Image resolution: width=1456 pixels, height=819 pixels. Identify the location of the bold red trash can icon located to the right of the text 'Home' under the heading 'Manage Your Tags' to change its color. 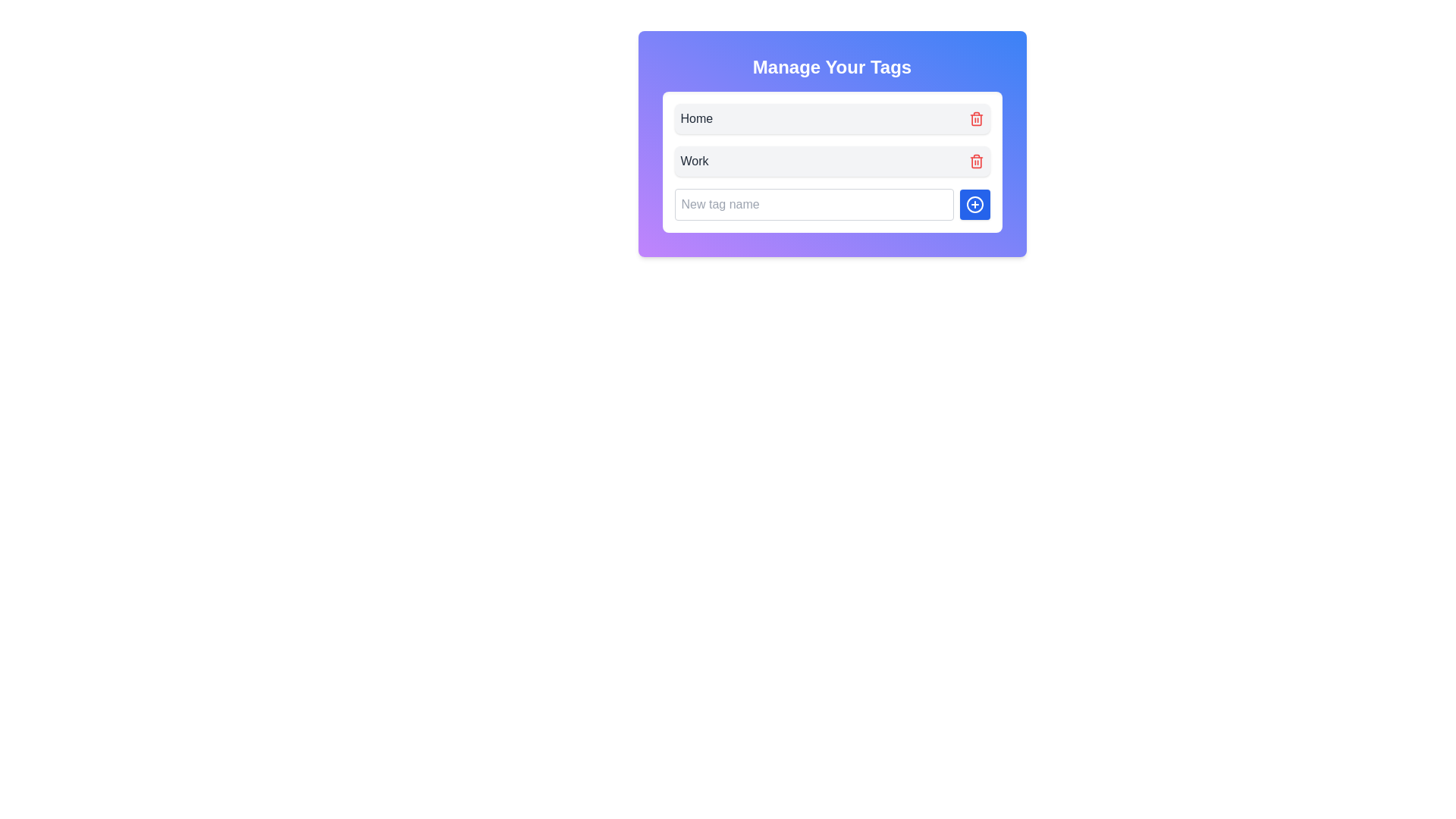
(976, 118).